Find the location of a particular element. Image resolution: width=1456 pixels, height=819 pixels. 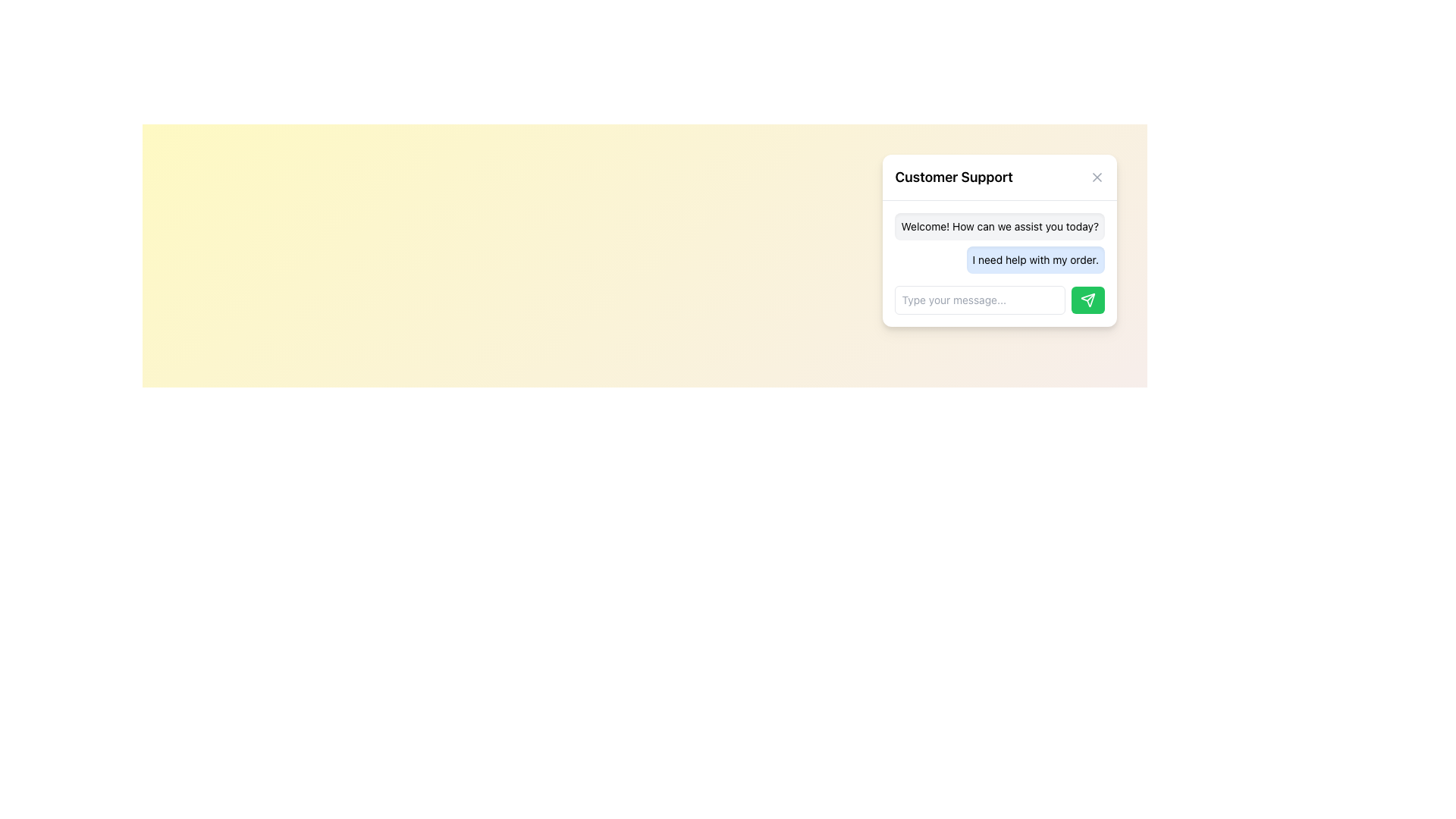

the vibrant green paper plane icon located at the bottom-right corner of the chat window, which is part of a green button adjacent to the text input field is located at coordinates (1087, 300).